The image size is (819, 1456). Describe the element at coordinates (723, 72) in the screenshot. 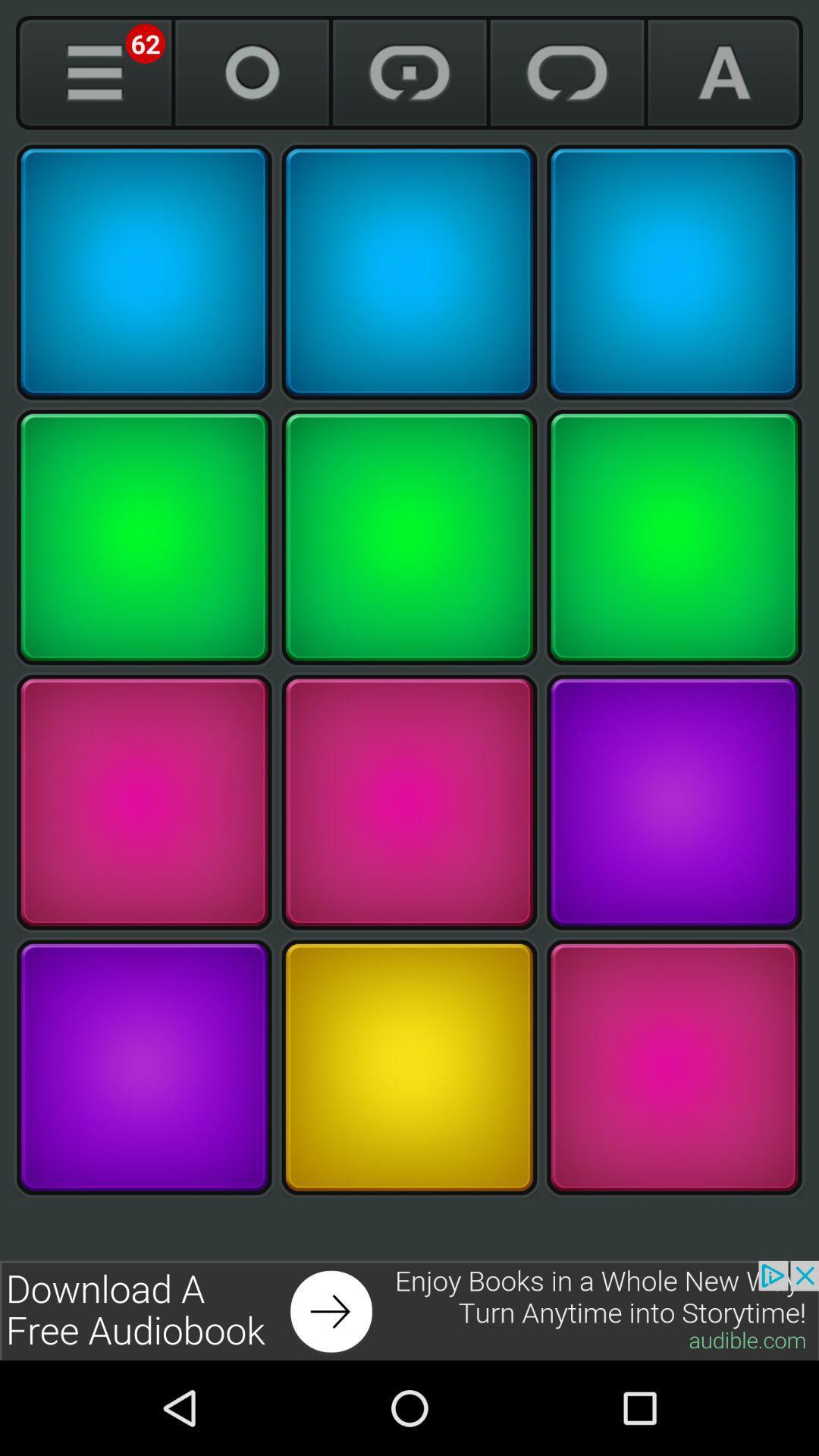

I see `the font icon` at that location.